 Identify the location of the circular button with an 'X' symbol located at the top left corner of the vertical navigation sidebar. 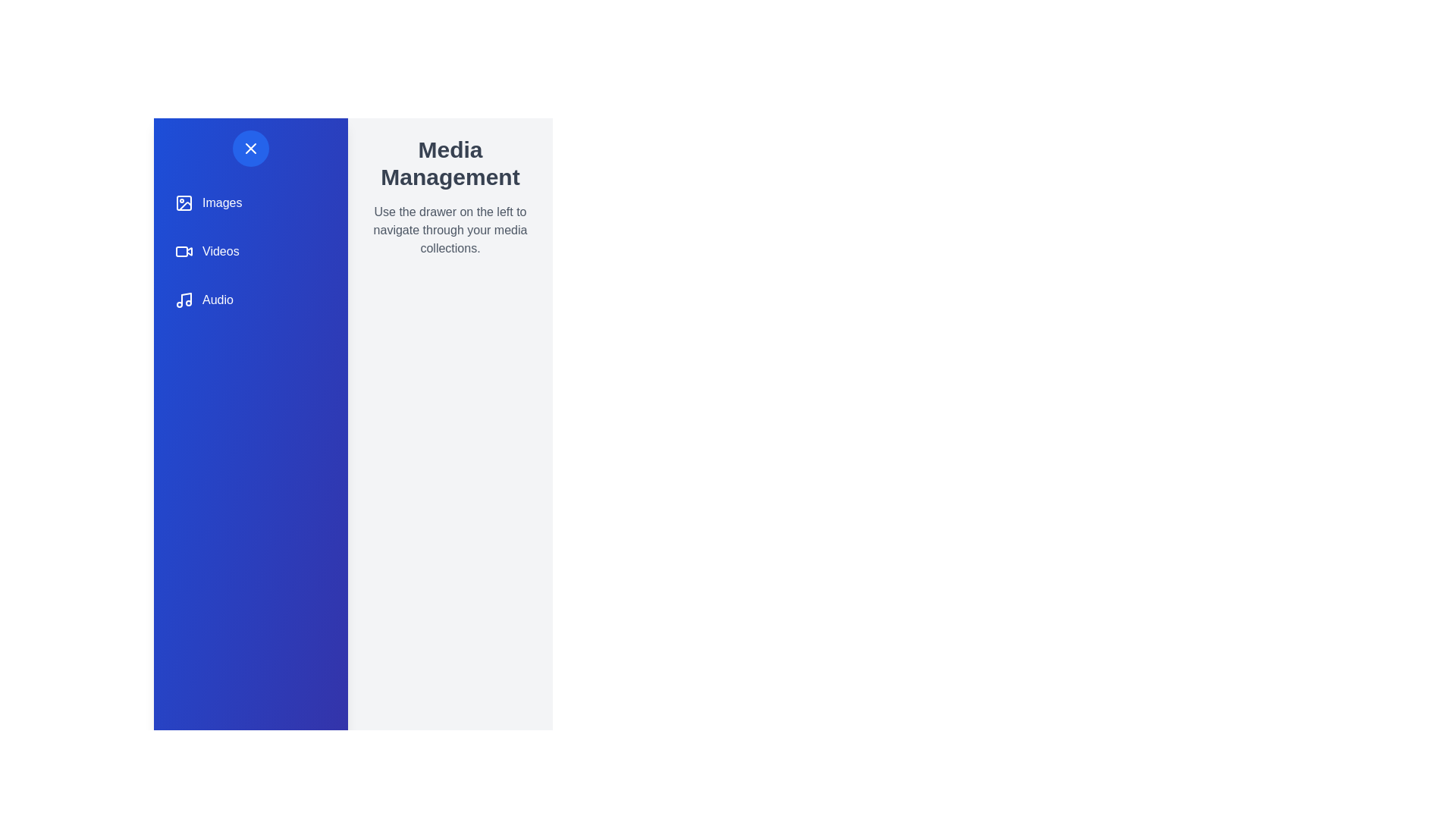
(251, 149).